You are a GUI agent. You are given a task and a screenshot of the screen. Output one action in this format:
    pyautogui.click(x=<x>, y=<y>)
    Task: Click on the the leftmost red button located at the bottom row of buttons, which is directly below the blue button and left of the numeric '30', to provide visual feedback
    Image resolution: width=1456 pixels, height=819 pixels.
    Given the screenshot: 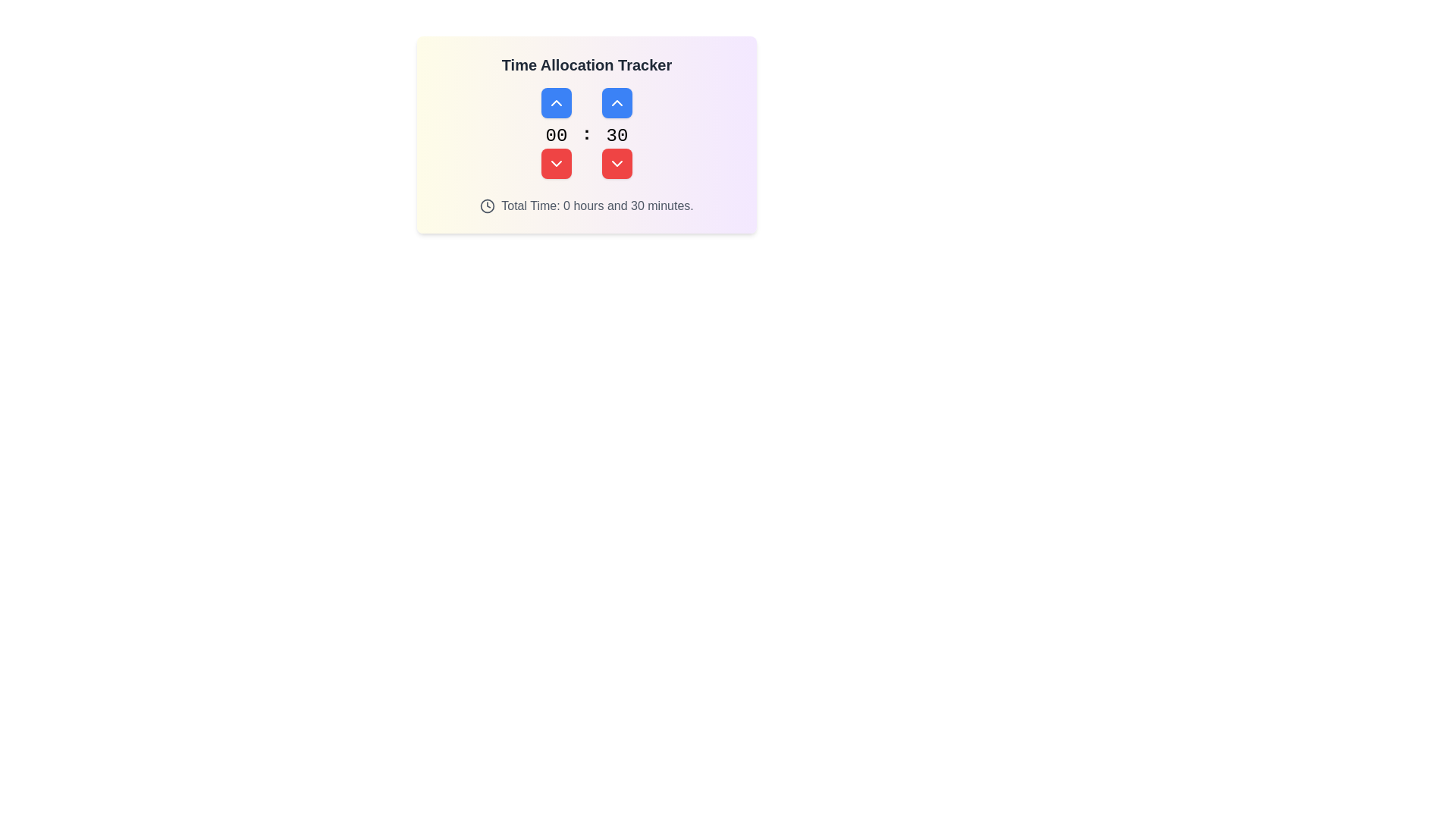 What is the action you would take?
    pyautogui.click(x=556, y=164)
    